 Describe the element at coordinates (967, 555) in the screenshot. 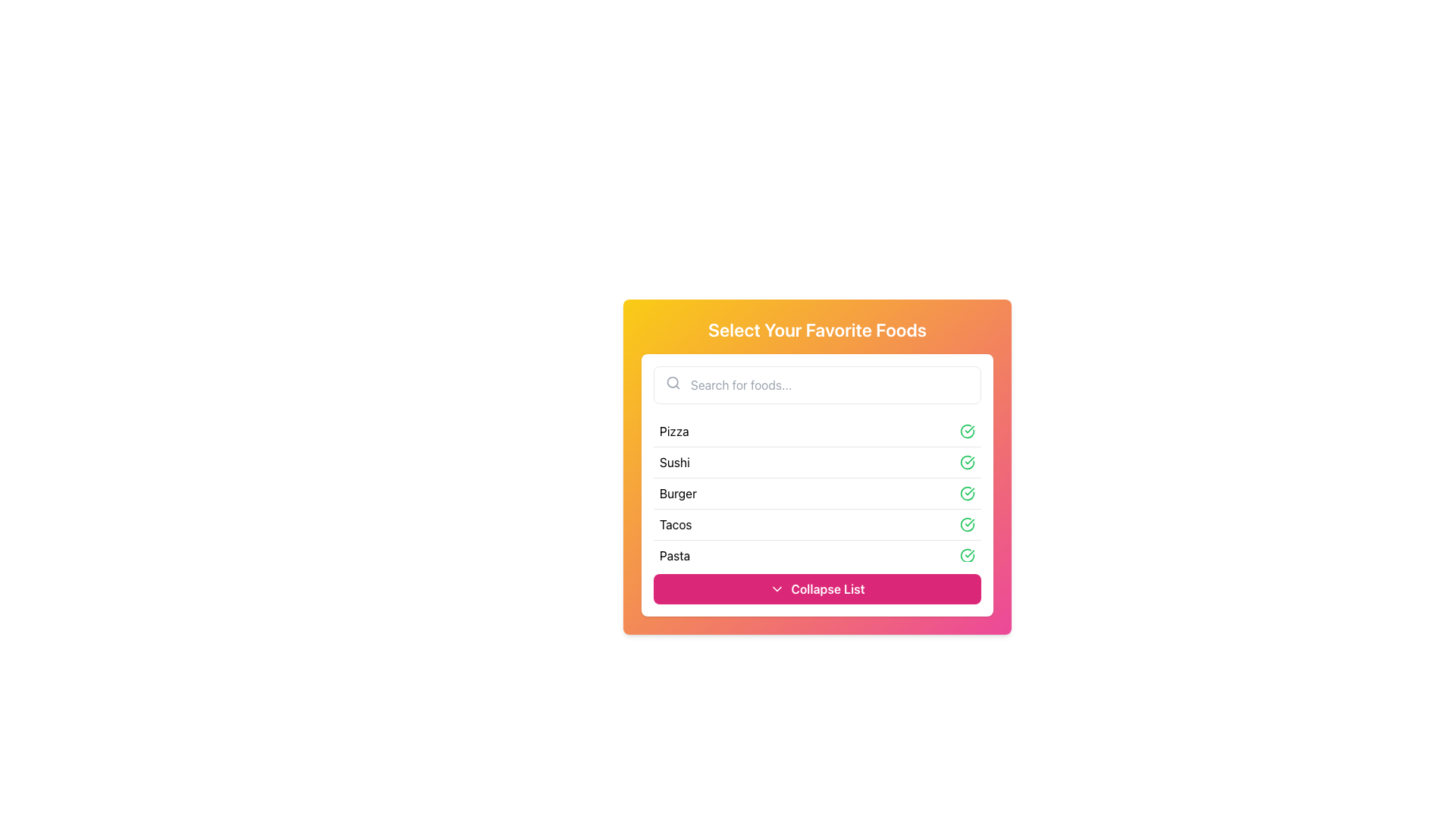

I see `the confirmation icon for the list item labeled 'Pasta', which is positioned in the far-right section of the item and aligned vertically with the text` at that location.